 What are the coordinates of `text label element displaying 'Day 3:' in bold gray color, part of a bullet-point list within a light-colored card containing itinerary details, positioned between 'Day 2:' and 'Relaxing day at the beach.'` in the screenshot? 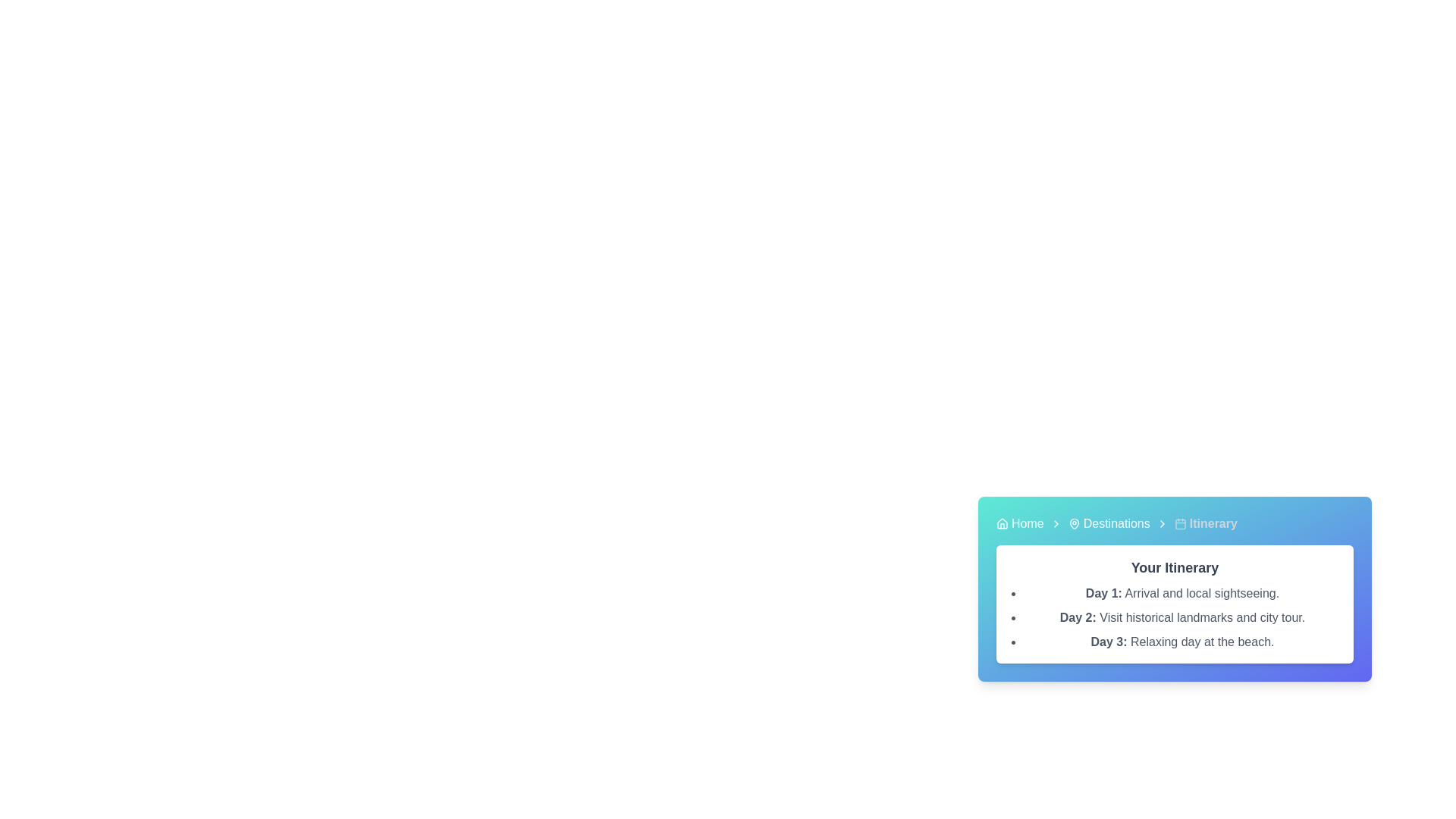 It's located at (1109, 642).